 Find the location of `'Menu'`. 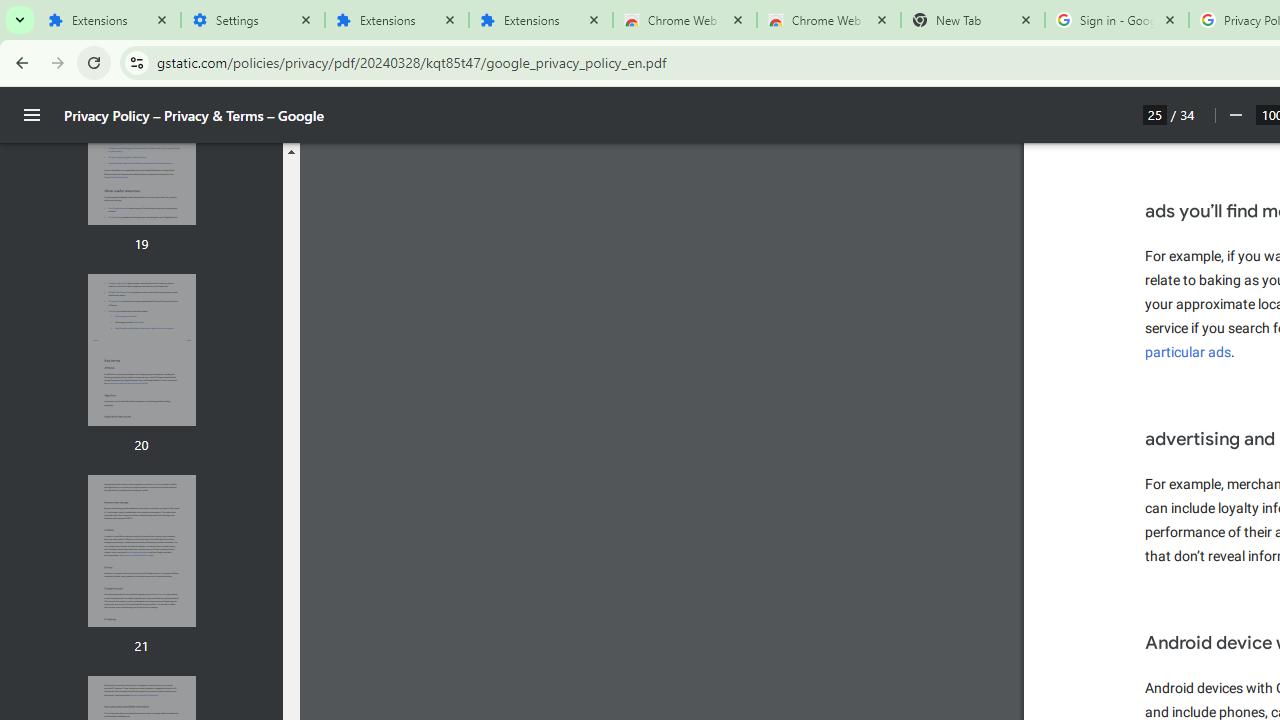

'Menu' is located at coordinates (32, 115).